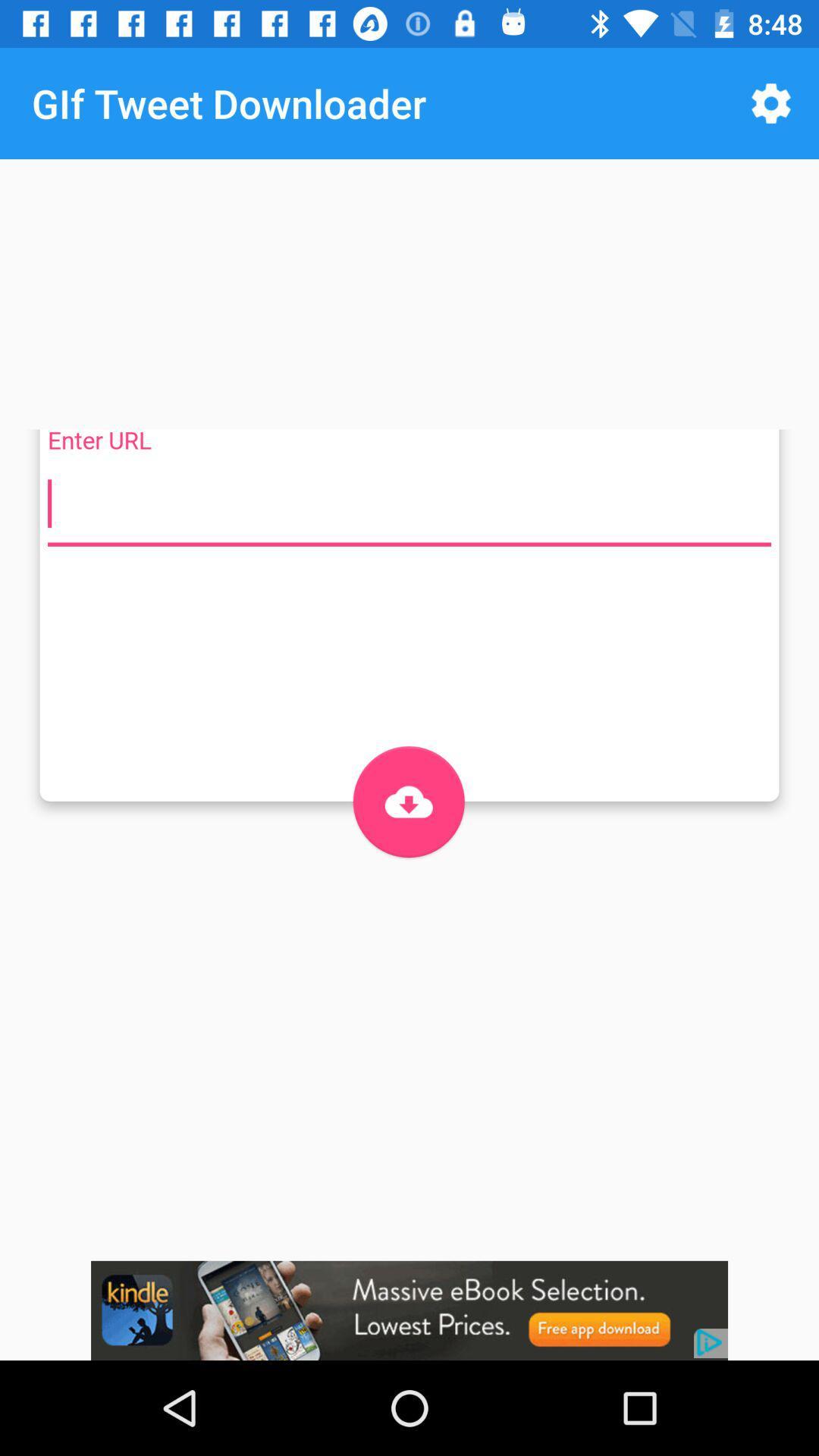  Describe the element at coordinates (408, 801) in the screenshot. I see `download` at that location.